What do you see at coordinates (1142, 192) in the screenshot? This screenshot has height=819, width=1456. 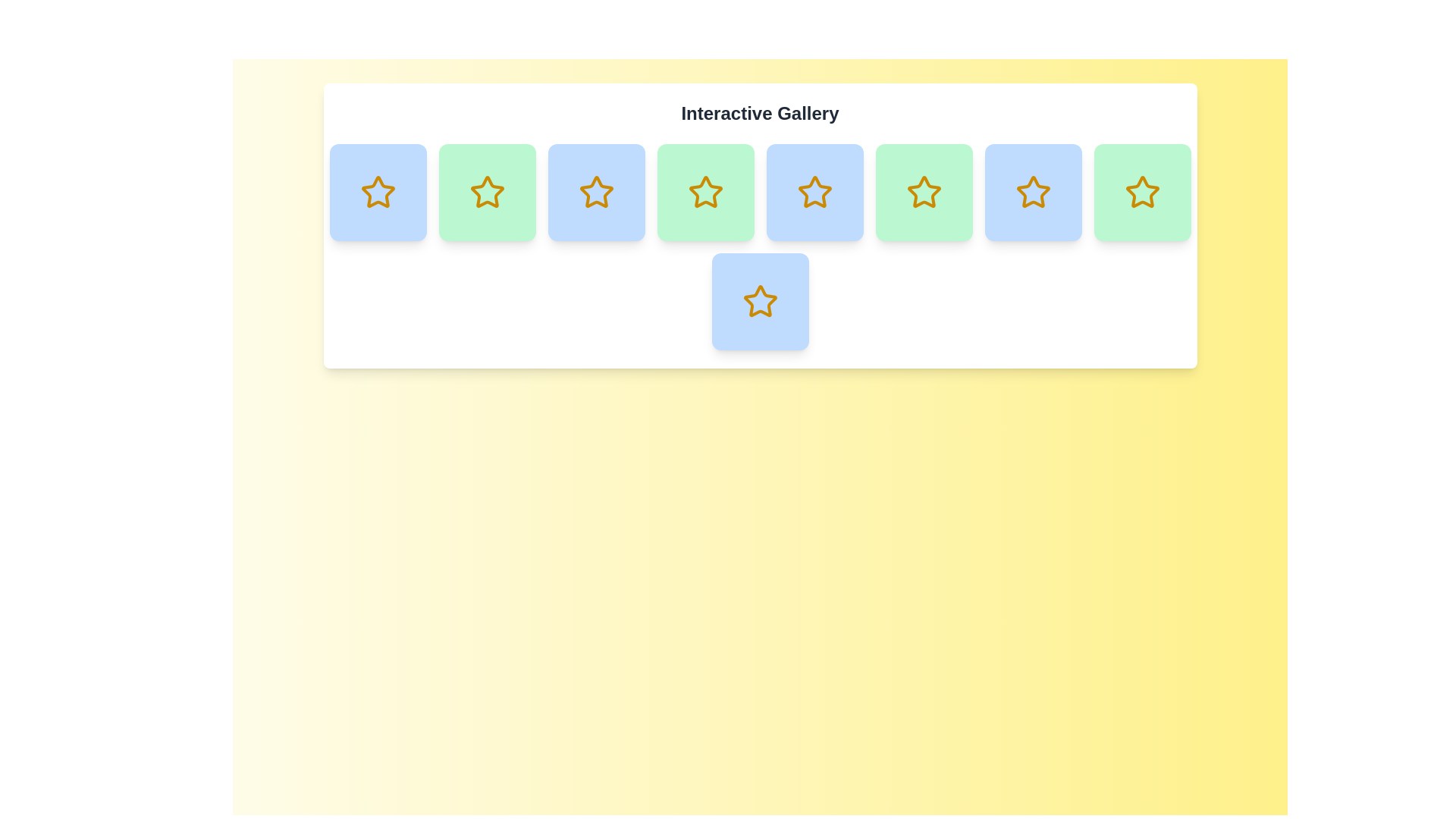 I see `the star icon, which is the seventh element in a horizontally aligned gallery` at bounding box center [1142, 192].